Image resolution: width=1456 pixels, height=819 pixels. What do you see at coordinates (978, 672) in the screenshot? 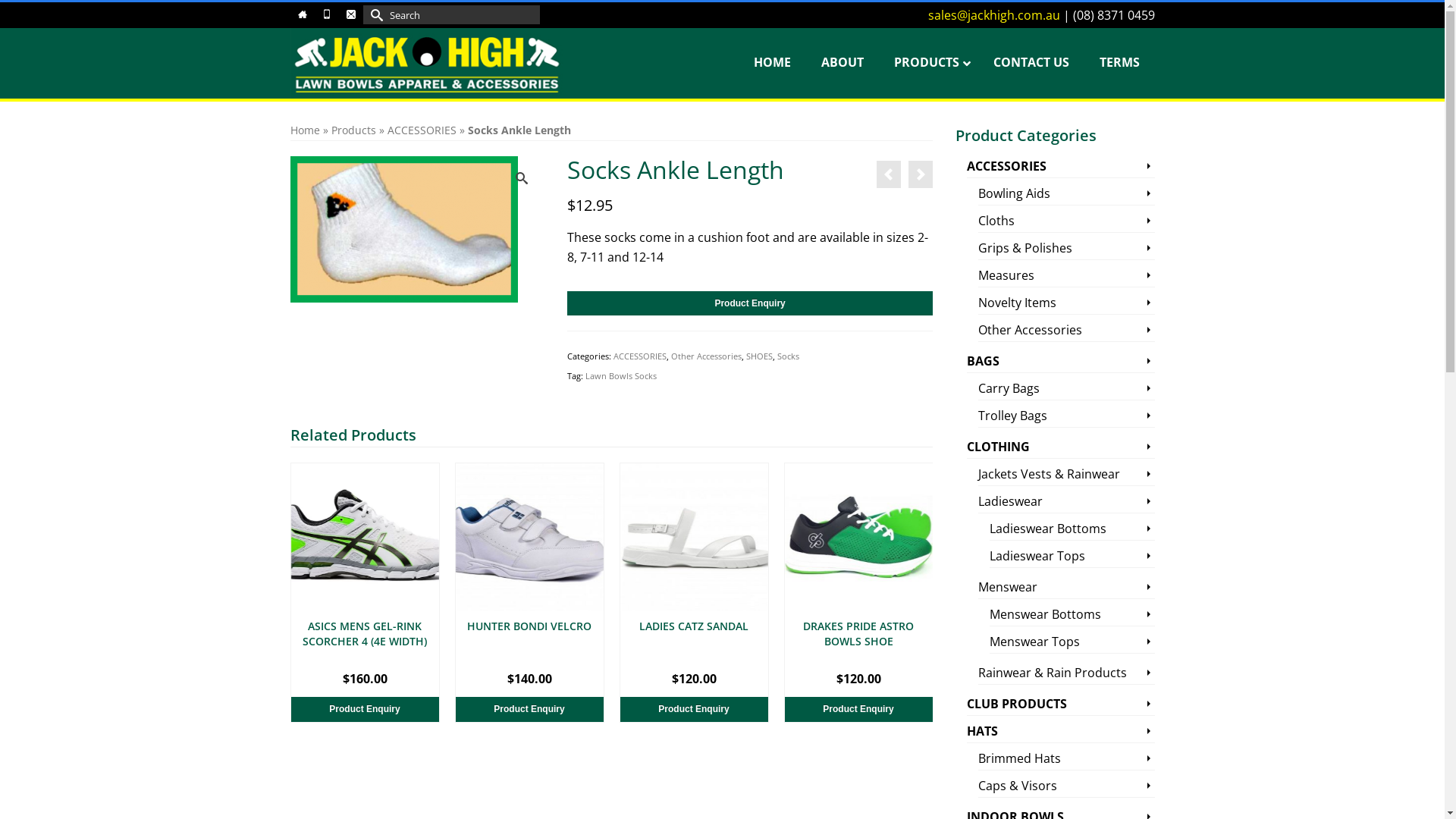
I see `'Rainwear & Rain Products'` at bounding box center [978, 672].